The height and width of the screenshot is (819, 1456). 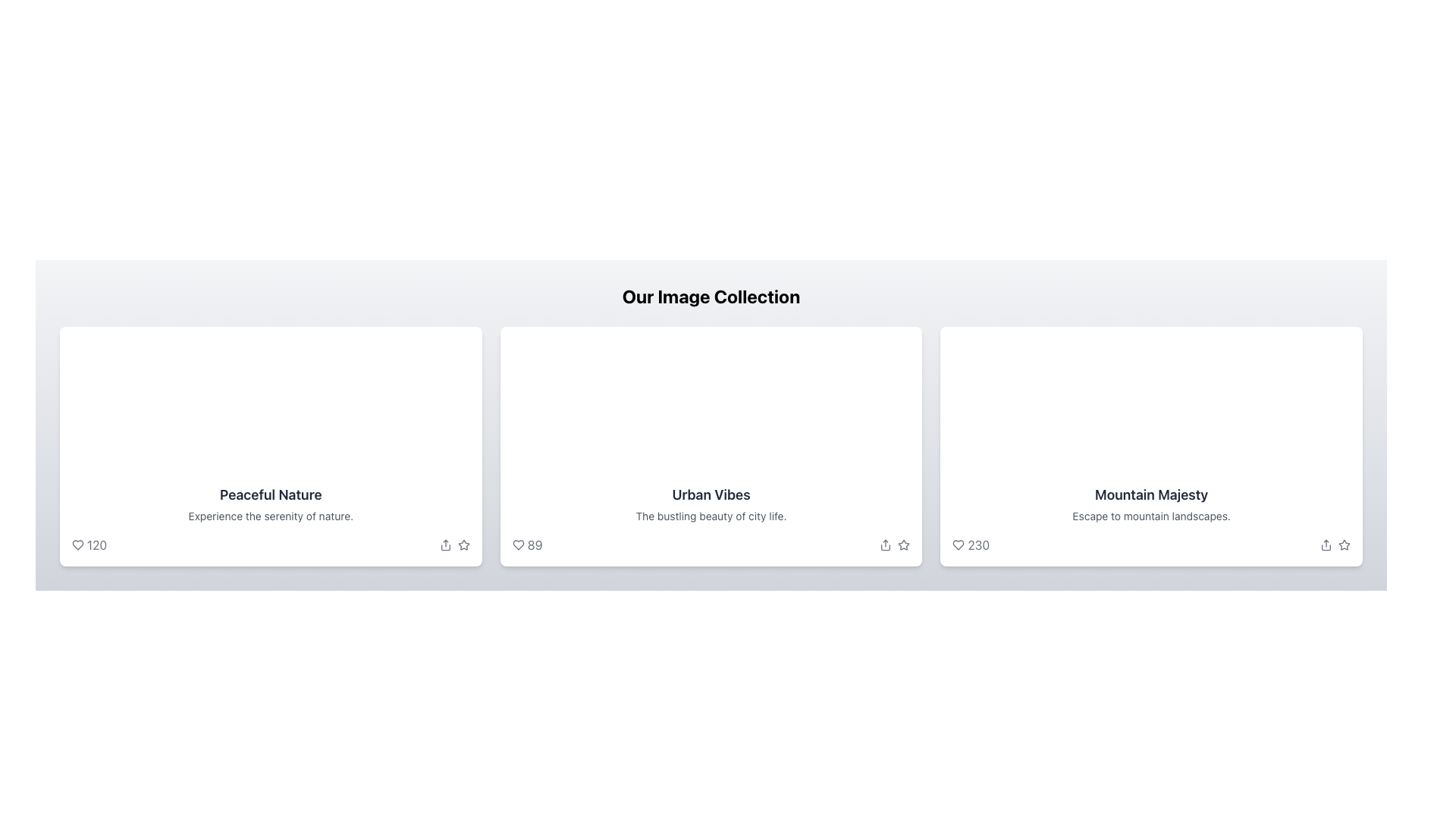 I want to click on the star-shaped icon for bookmarking or unbookmarking the 'Mountain Majesty' card located in the bottom-right section of the card, so click(x=1343, y=543).